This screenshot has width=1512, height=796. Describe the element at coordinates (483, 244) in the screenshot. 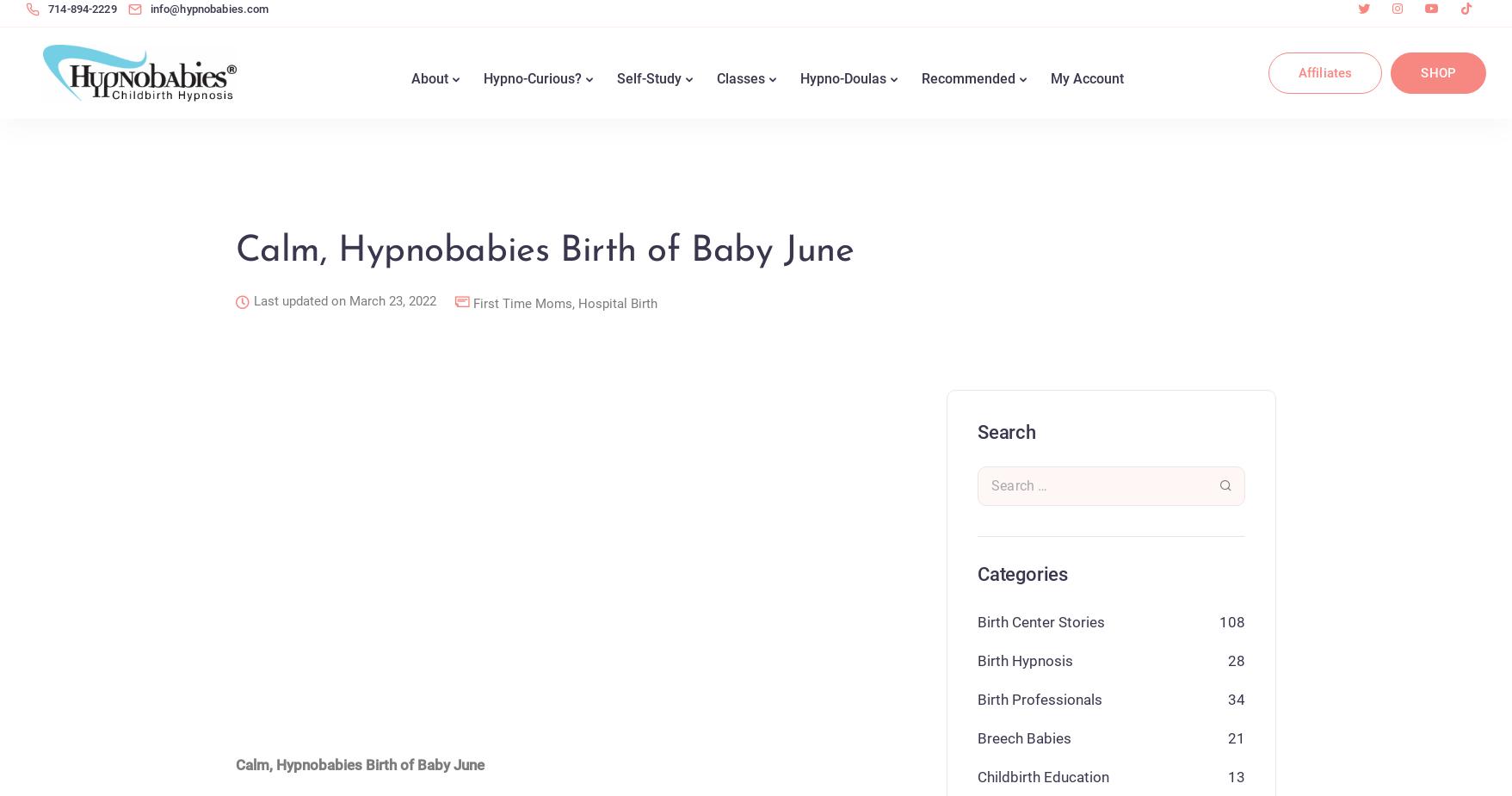

I see `'Hypnosis for Childbirth'` at that location.